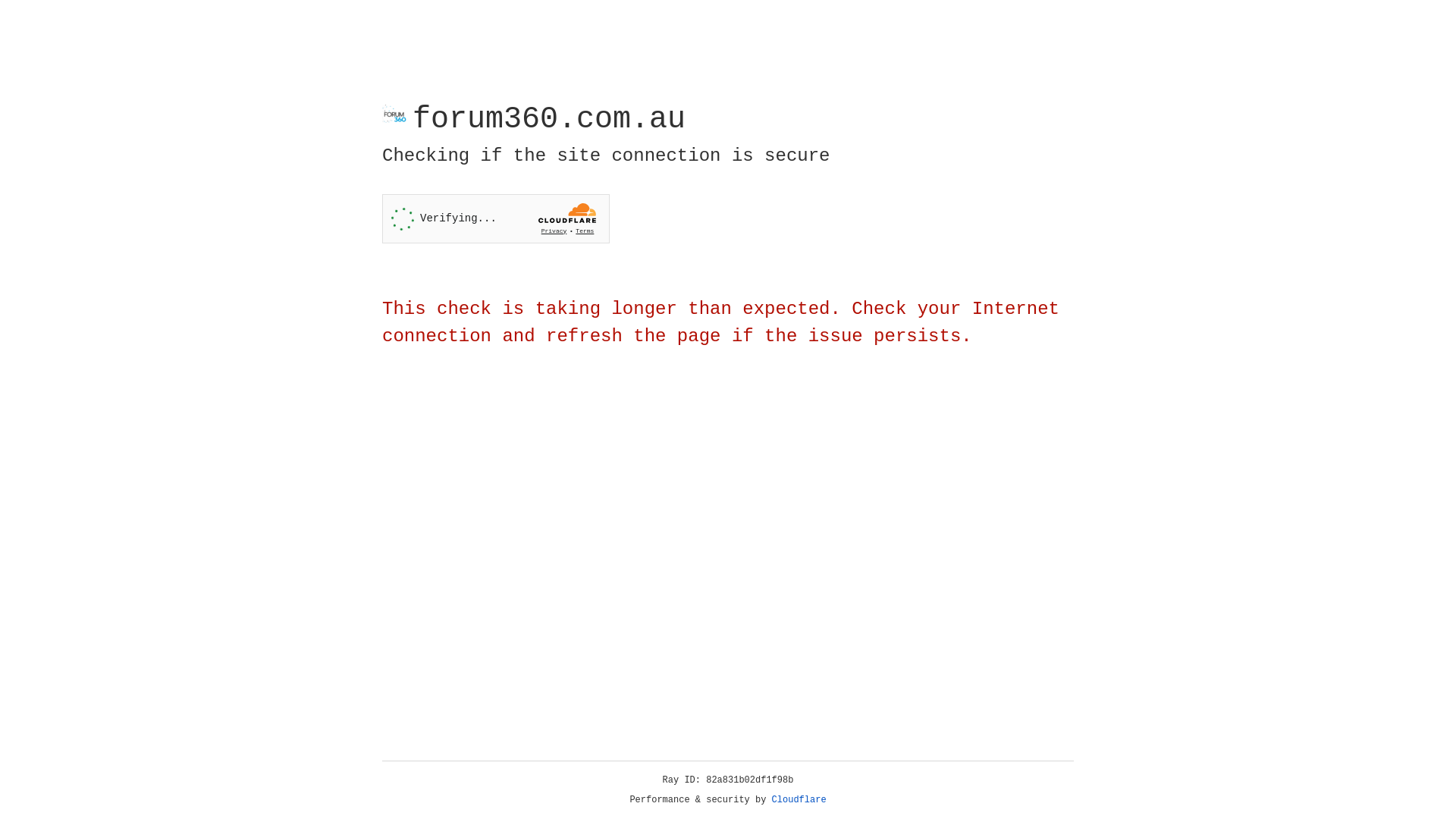 The height and width of the screenshot is (819, 1456). What do you see at coordinates (495, 218) in the screenshot?
I see `'Widget containing a Cloudflare security challenge'` at bounding box center [495, 218].